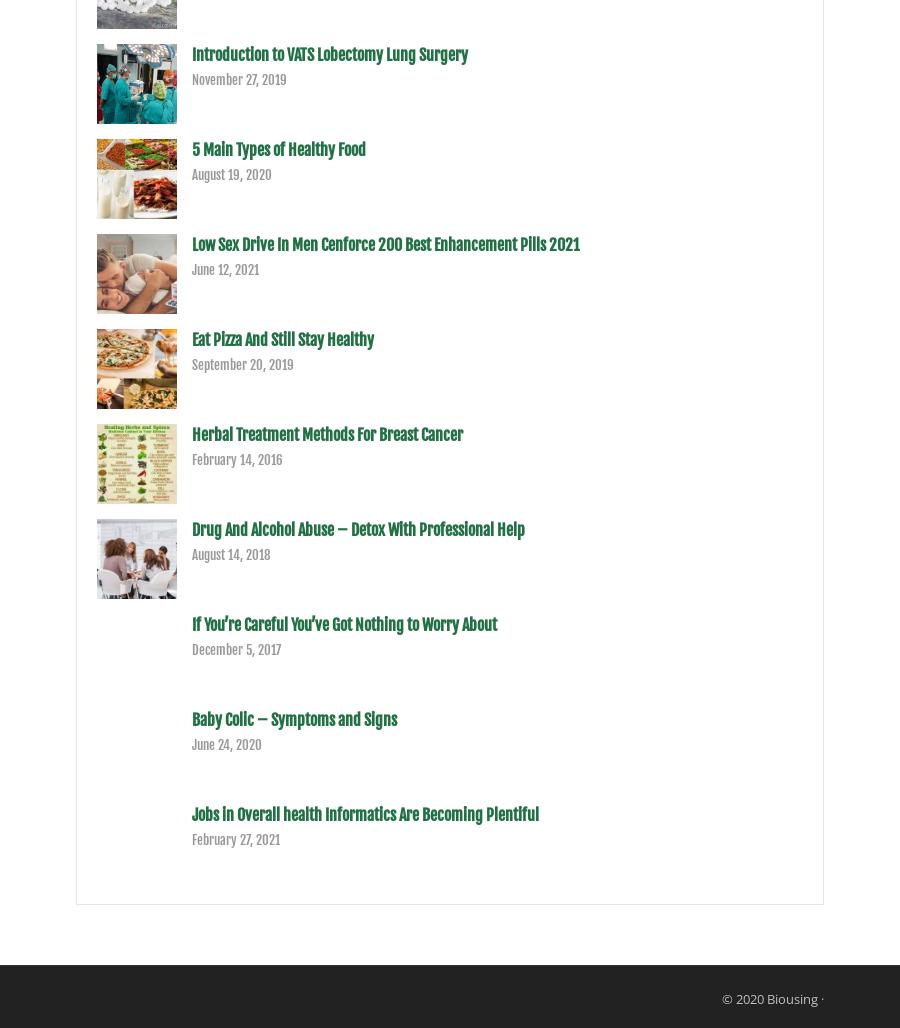 This screenshot has width=900, height=1028. I want to click on 'Baby Colic – Symptoms and Signs', so click(293, 717).